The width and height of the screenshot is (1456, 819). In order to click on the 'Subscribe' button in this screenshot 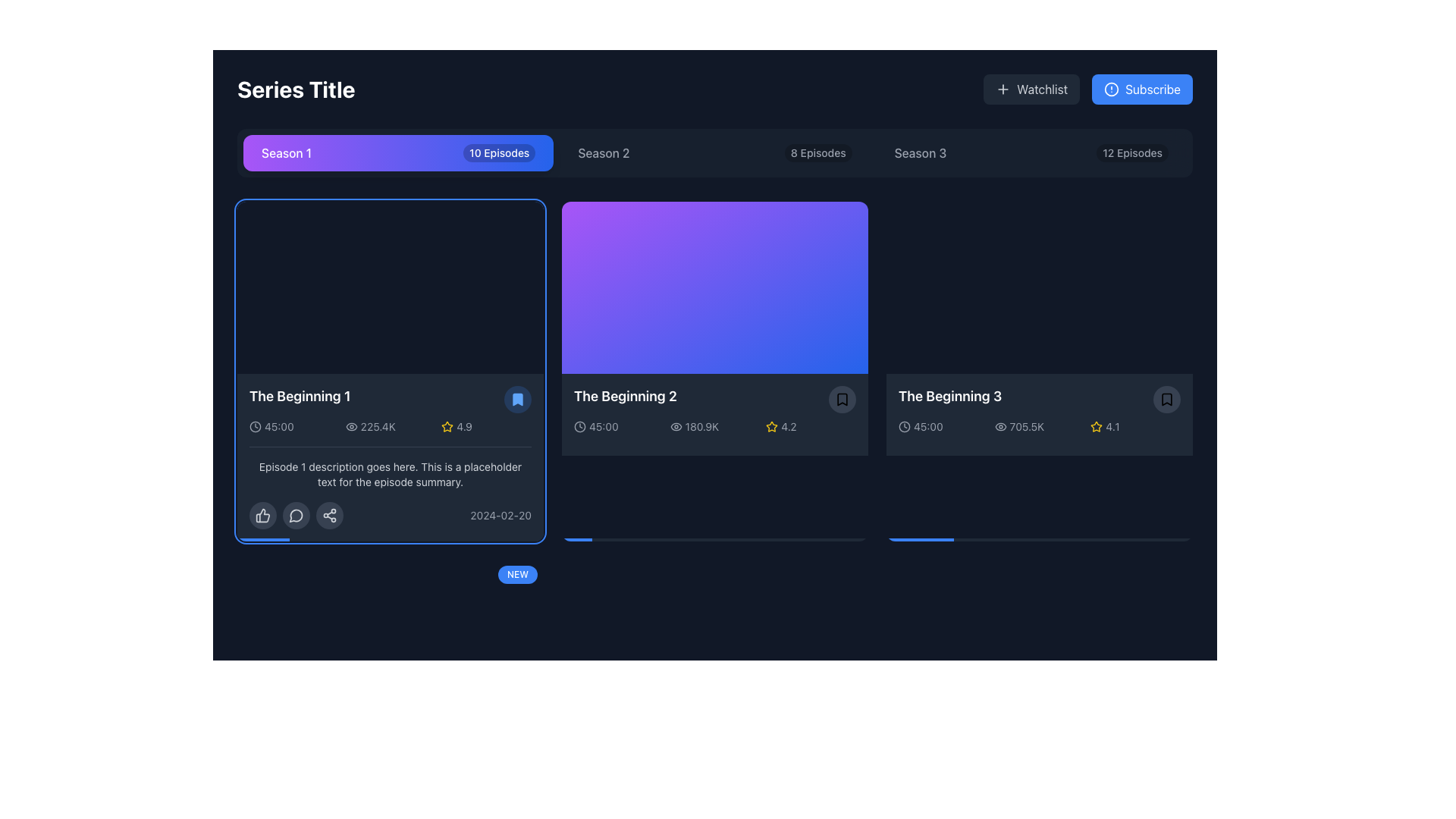, I will do `click(1153, 89)`.